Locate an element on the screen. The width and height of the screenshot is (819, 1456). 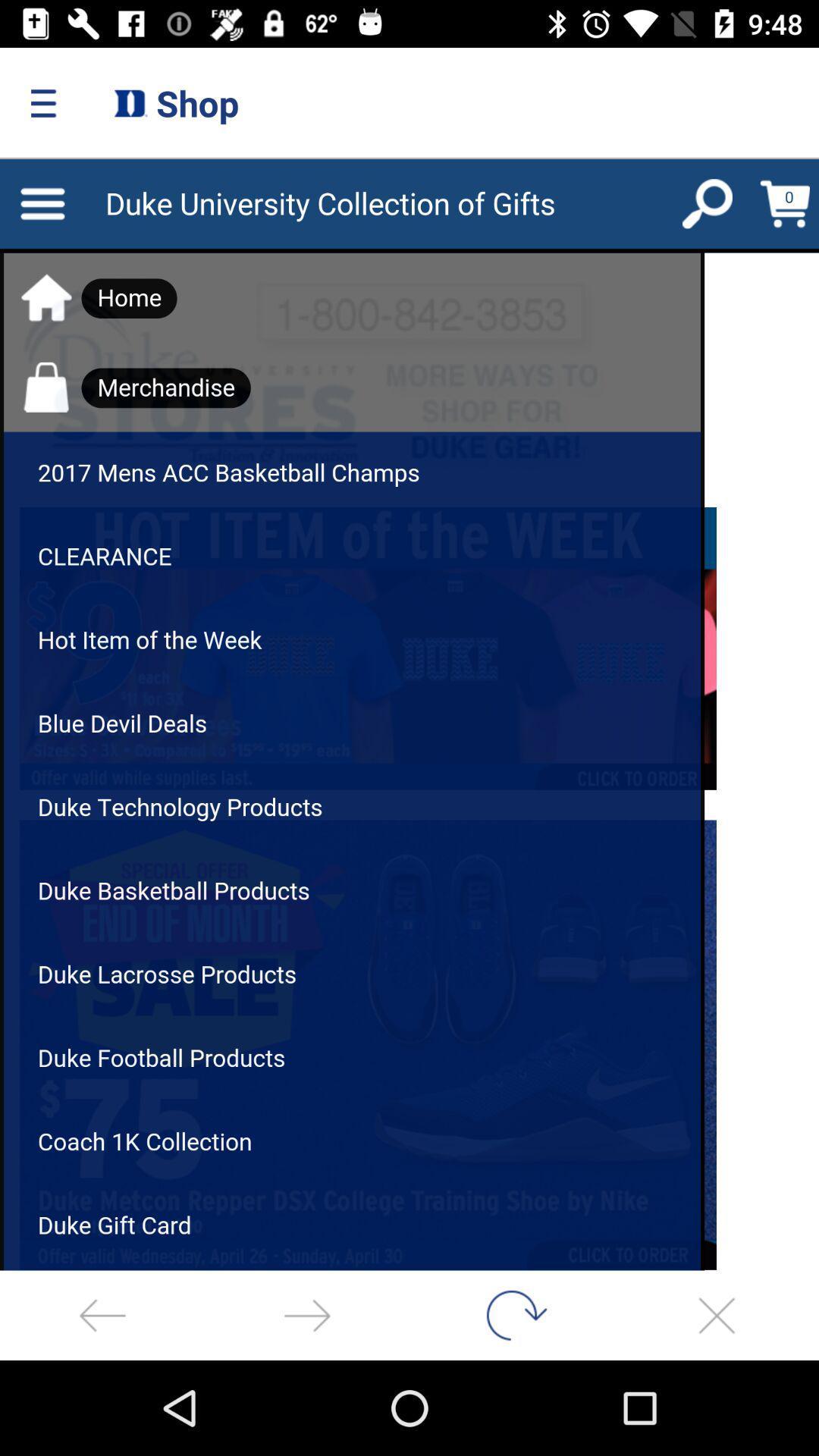
duke shop main page is located at coordinates (409, 714).